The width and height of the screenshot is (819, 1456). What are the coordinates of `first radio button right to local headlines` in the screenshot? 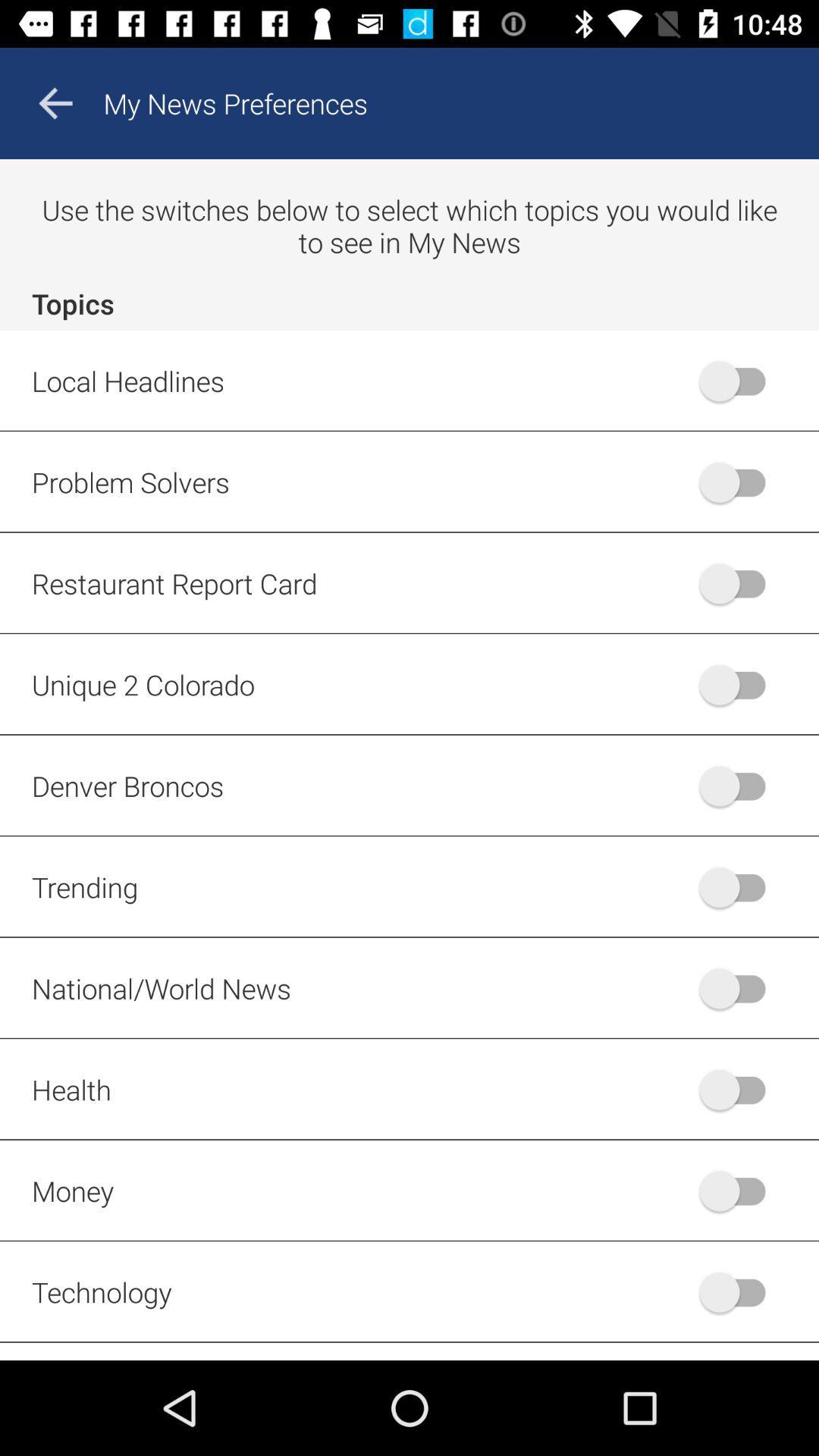 It's located at (739, 381).